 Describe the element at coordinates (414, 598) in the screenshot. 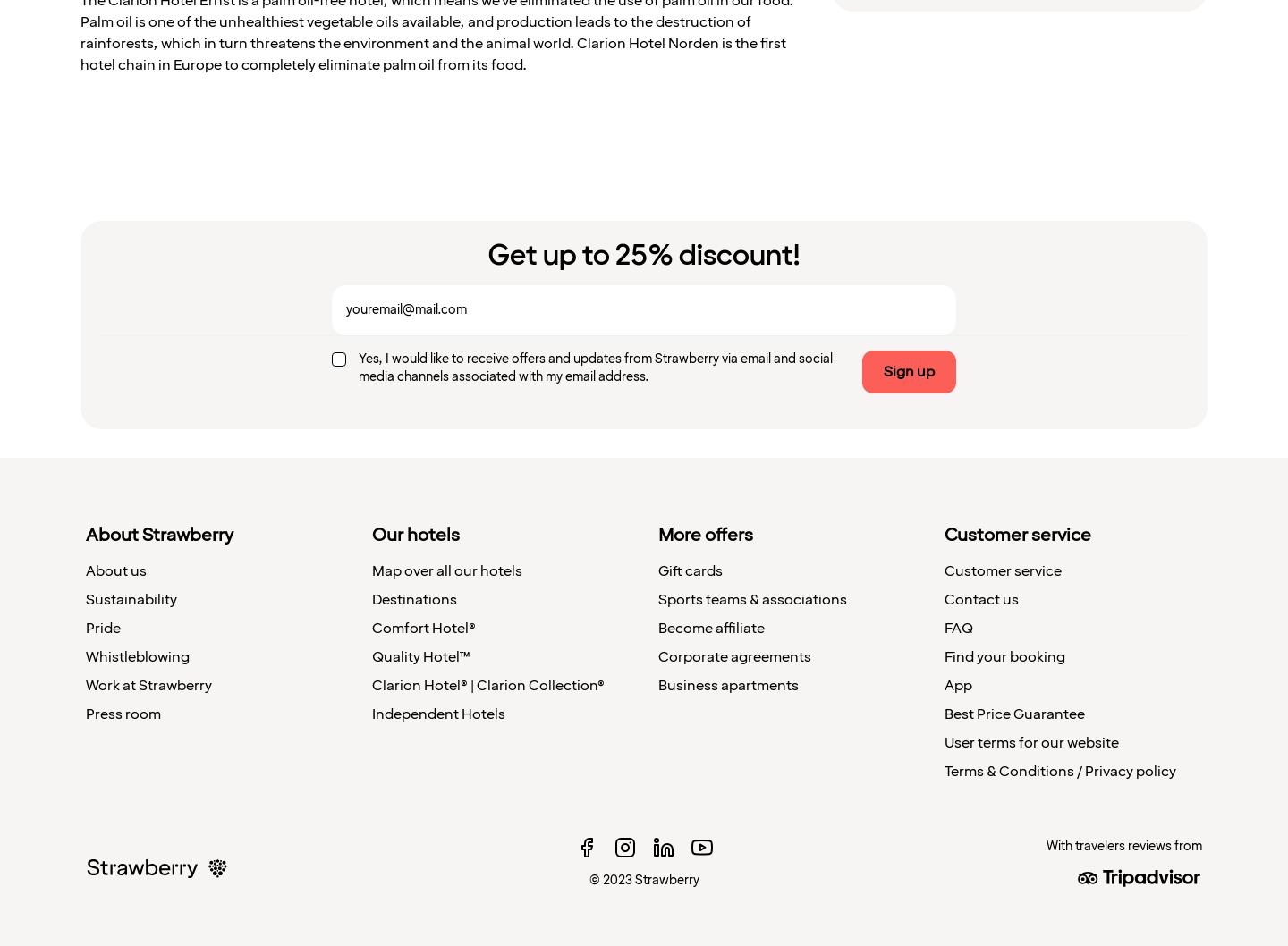

I see `'Destinations'` at that location.